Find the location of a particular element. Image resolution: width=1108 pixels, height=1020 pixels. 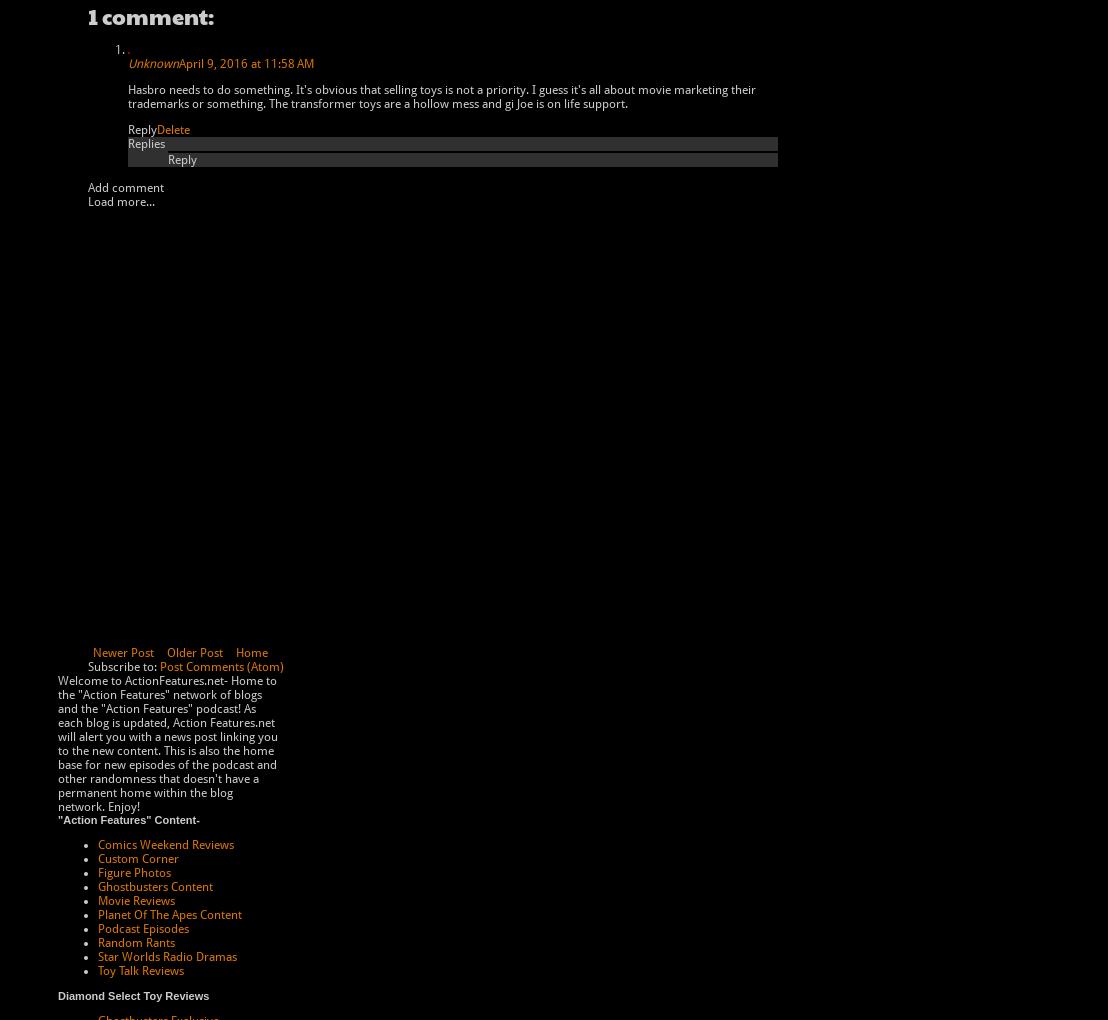

'Home' is located at coordinates (250, 653).